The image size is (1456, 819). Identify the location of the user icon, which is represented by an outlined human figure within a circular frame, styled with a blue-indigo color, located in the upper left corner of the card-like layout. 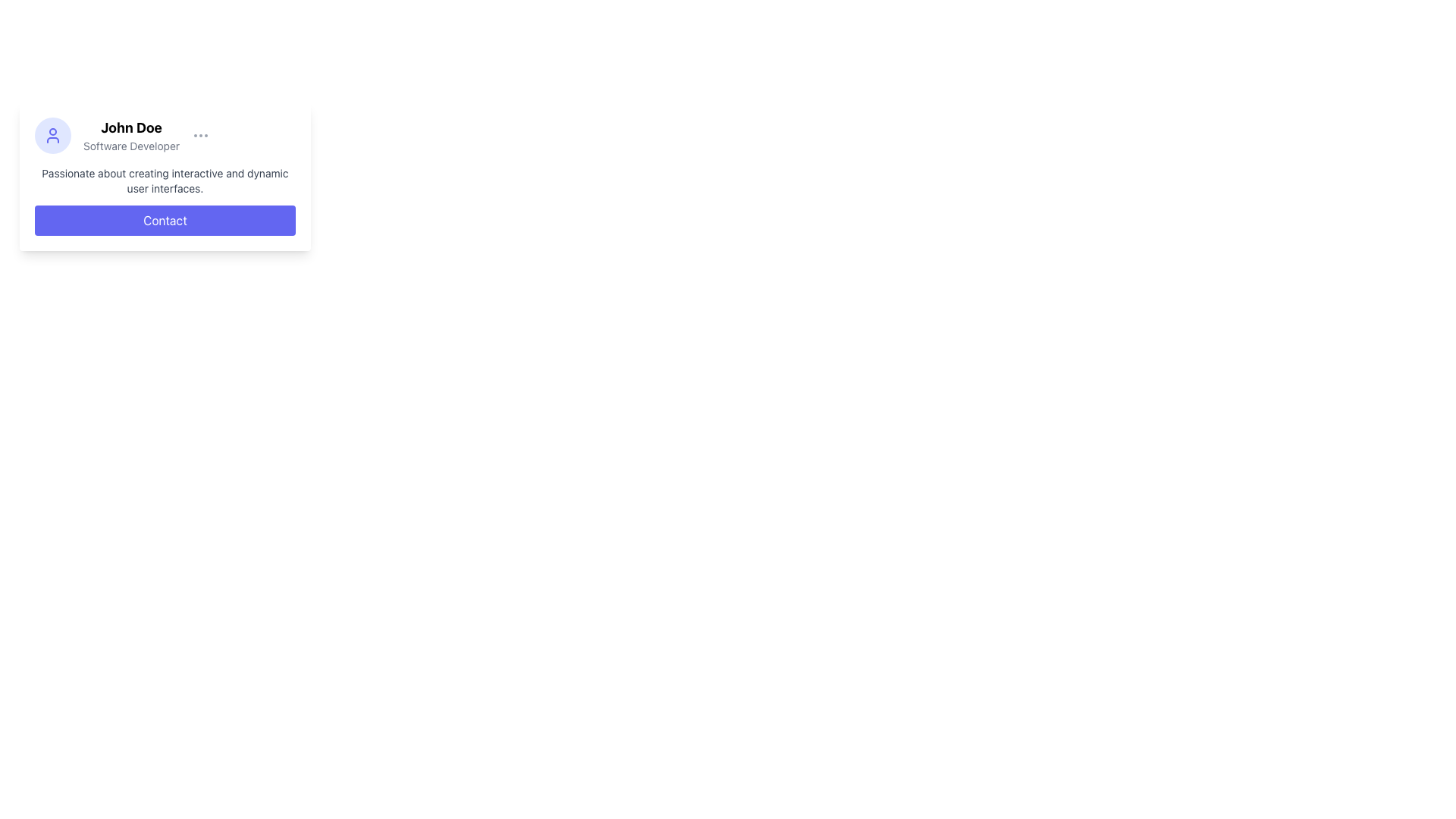
(53, 134).